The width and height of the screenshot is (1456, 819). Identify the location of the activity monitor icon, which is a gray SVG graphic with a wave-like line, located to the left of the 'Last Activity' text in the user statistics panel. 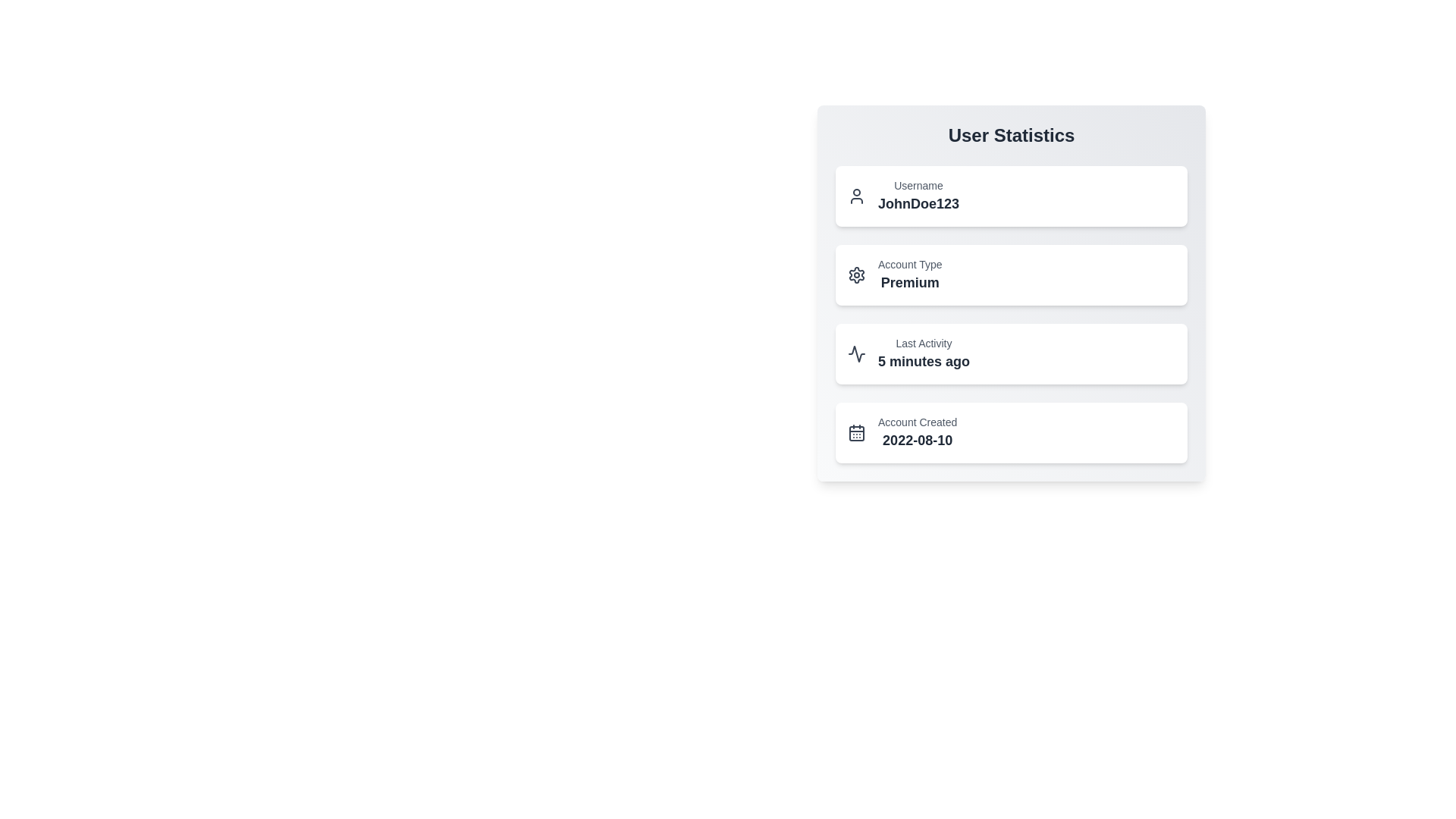
(856, 353).